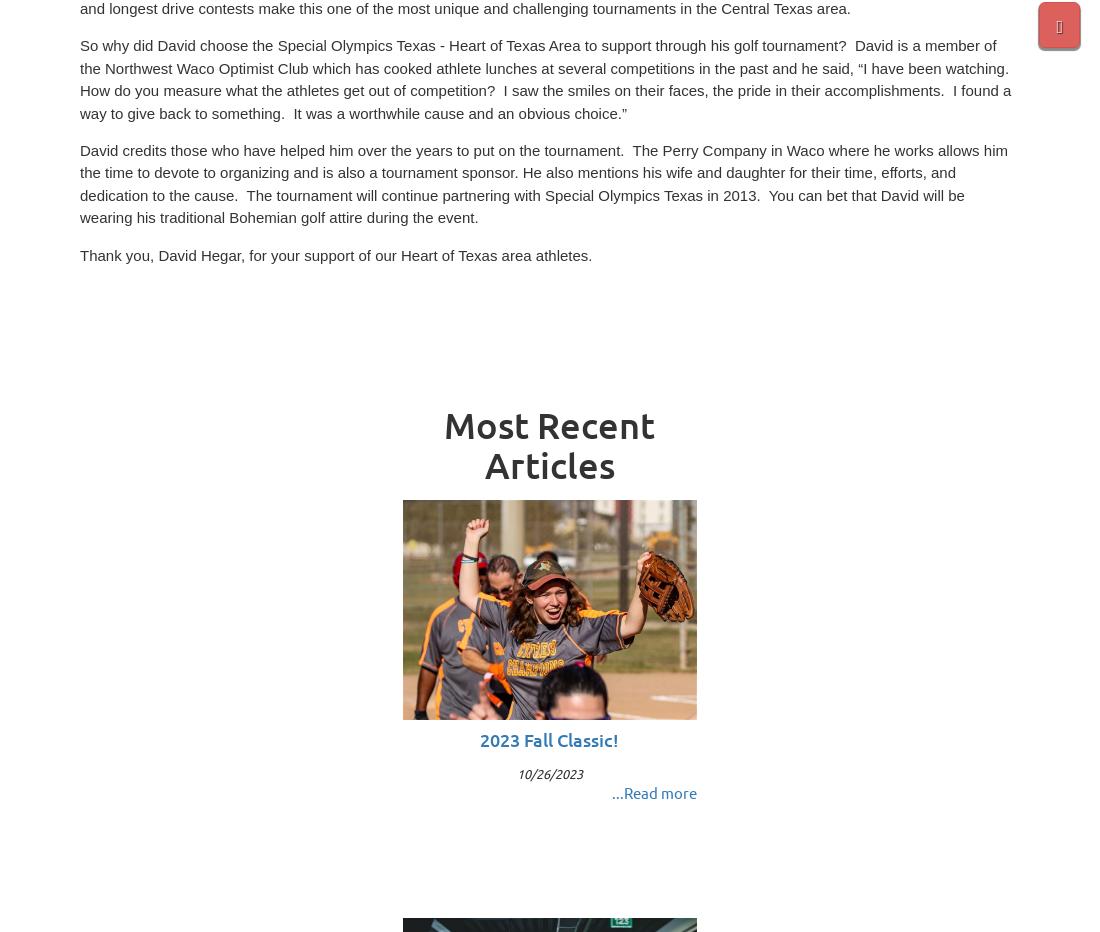 Image resolution: width=1100 pixels, height=932 pixels. Describe the element at coordinates (549, 444) in the screenshot. I see `'Most Recent Articles'` at that location.